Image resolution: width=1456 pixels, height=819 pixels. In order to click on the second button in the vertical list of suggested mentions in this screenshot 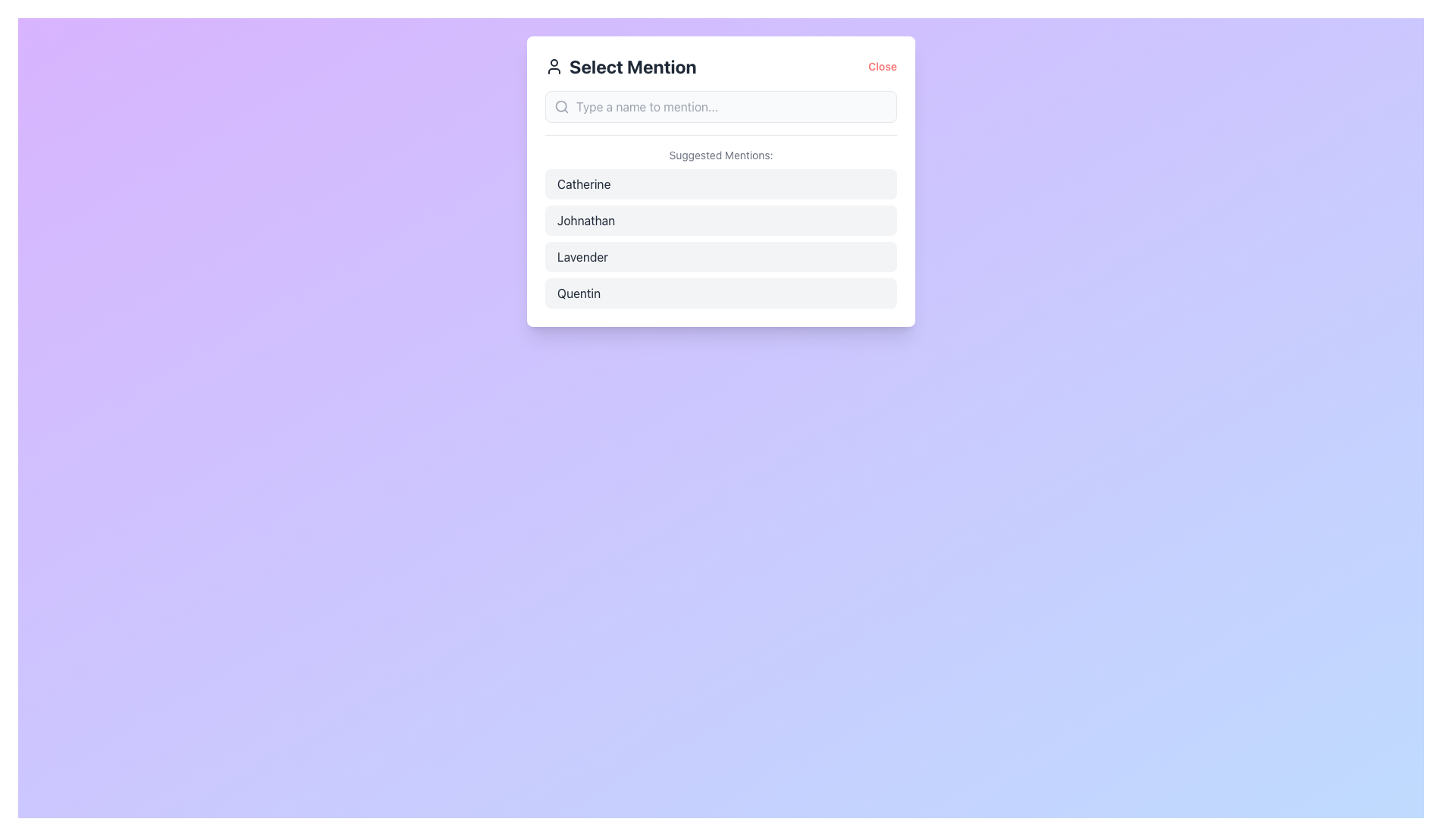, I will do `click(720, 221)`.